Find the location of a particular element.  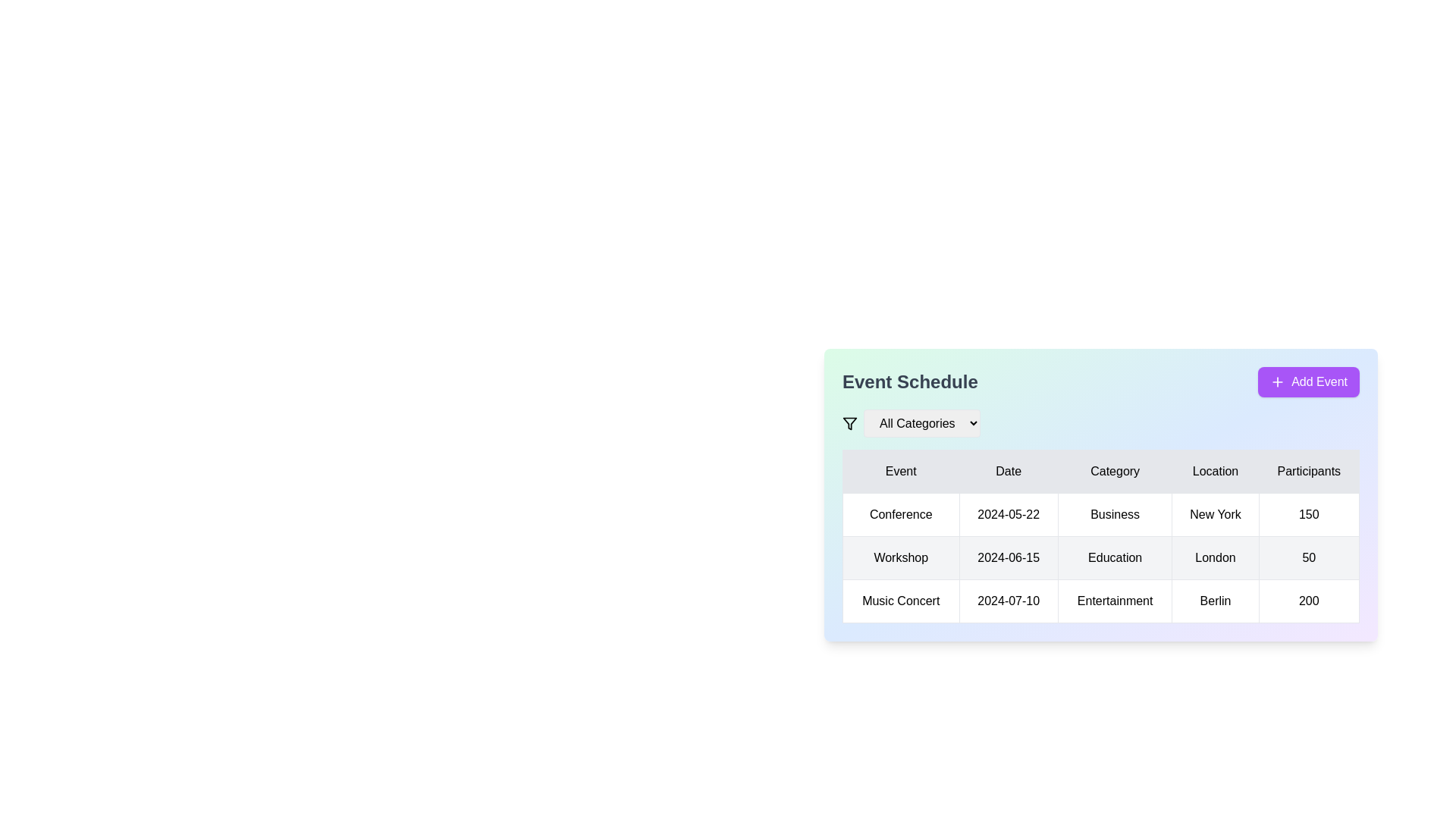

the dropdown menu labeled 'All Categories' to activate the selection is located at coordinates (921, 423).